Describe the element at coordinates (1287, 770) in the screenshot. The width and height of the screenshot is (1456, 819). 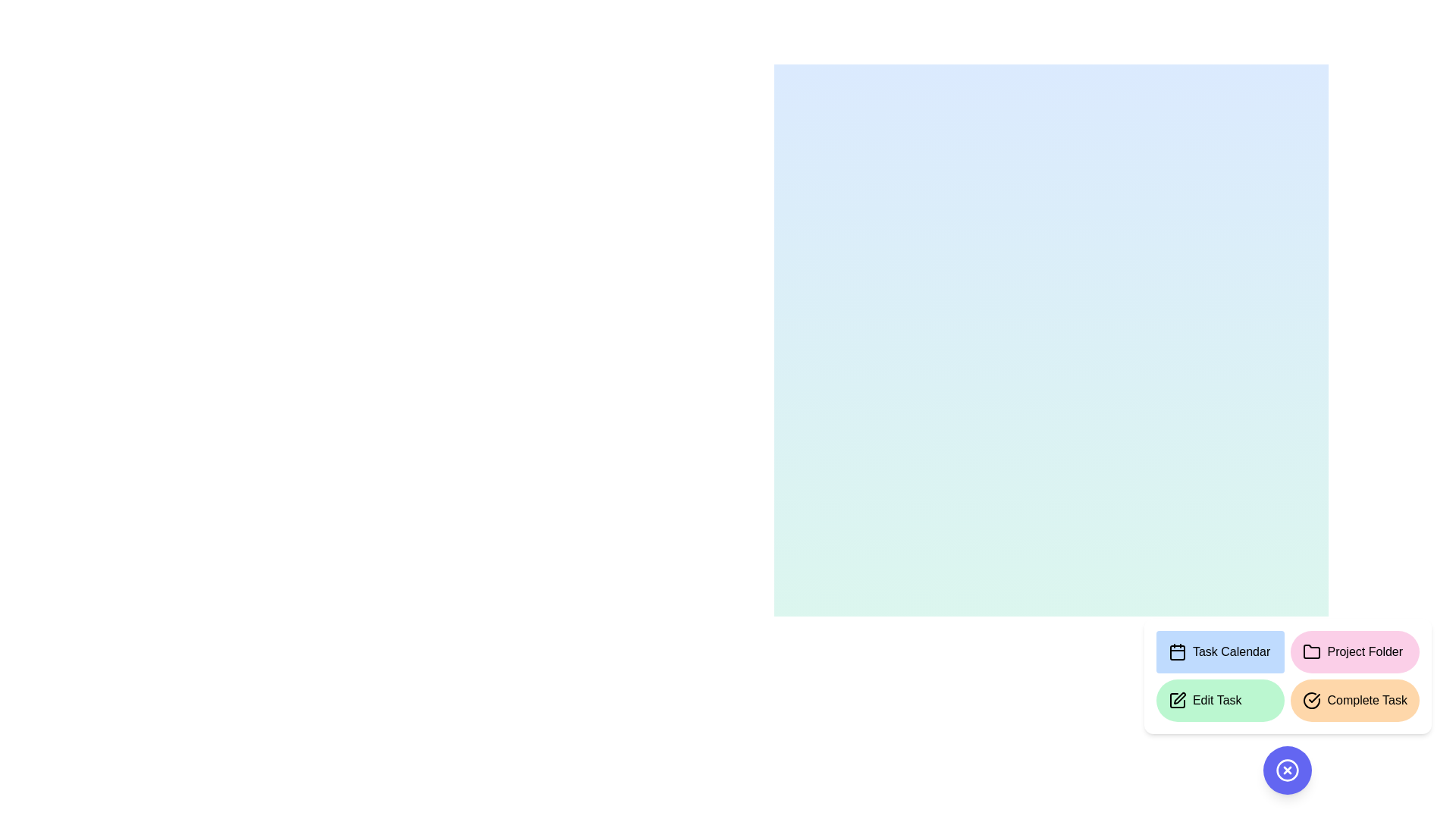
I see `the circular button with an indigo background and a white 'X' icon` at that location.